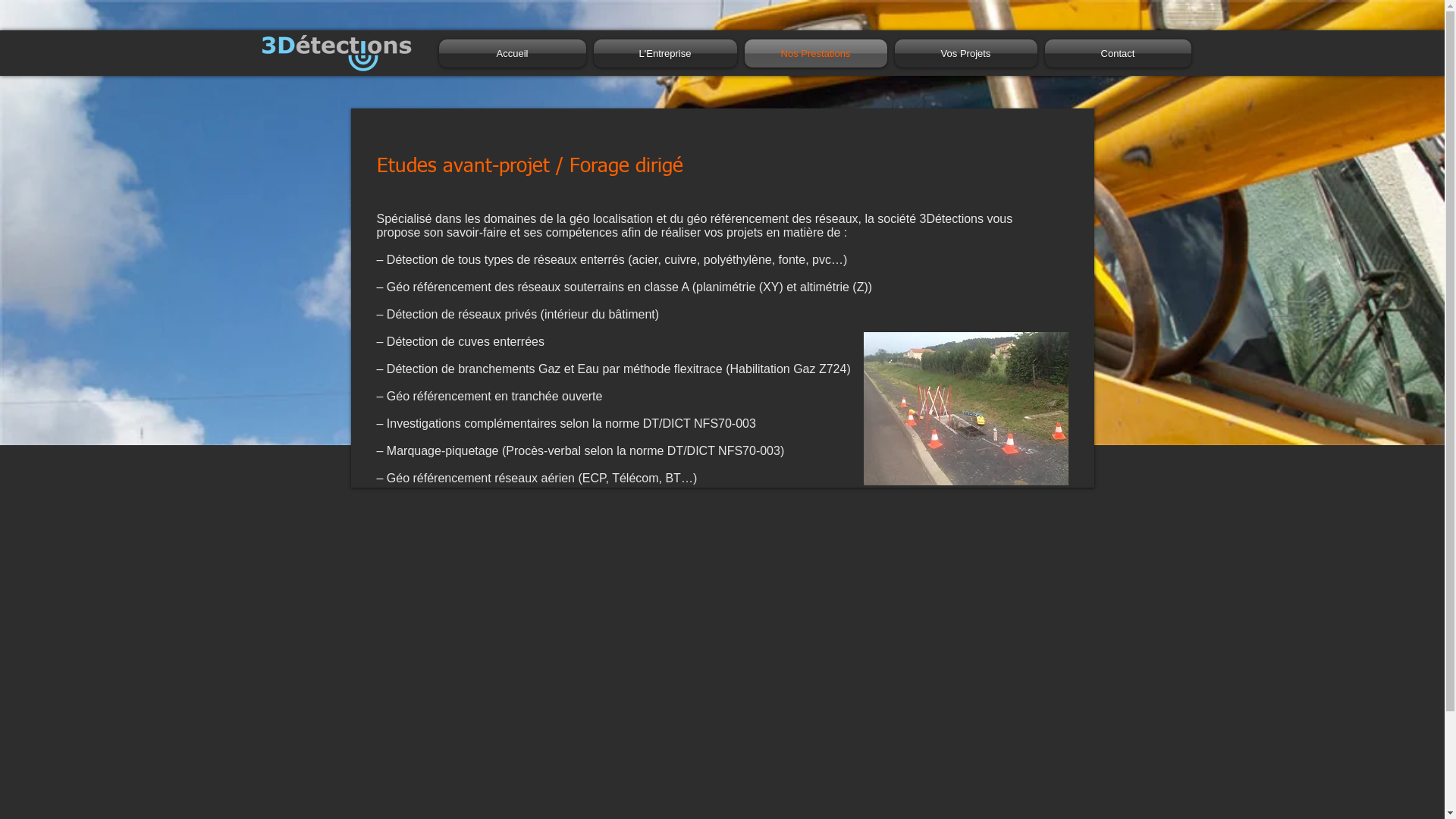  I want to click on 'Nos Prestations', so click(814, 52).